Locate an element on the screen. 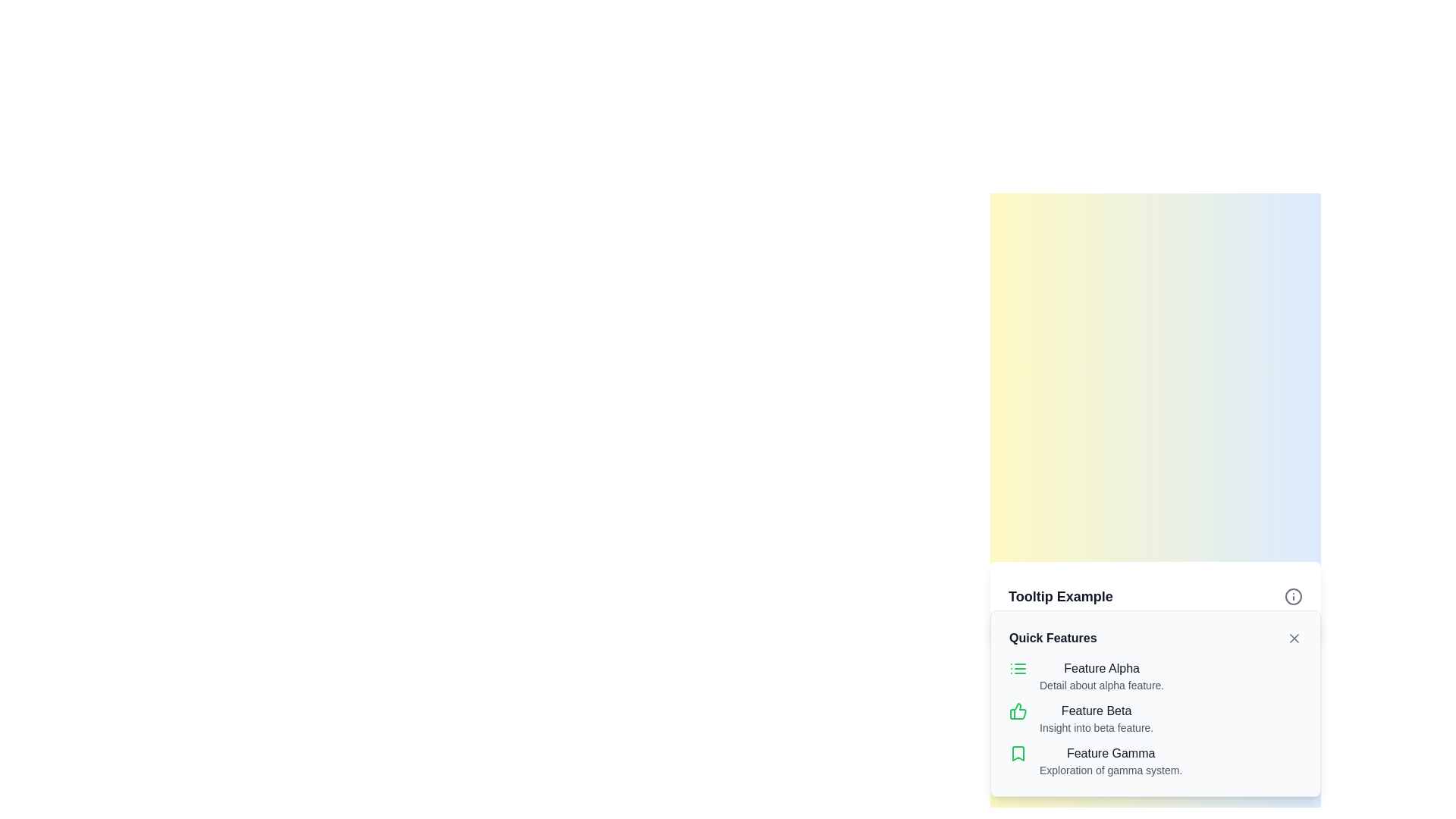  the state of the thumbs-up icon located at the bottom-right corner of the interface, which is part of a group of icons is located at coordinates (1018, 711).